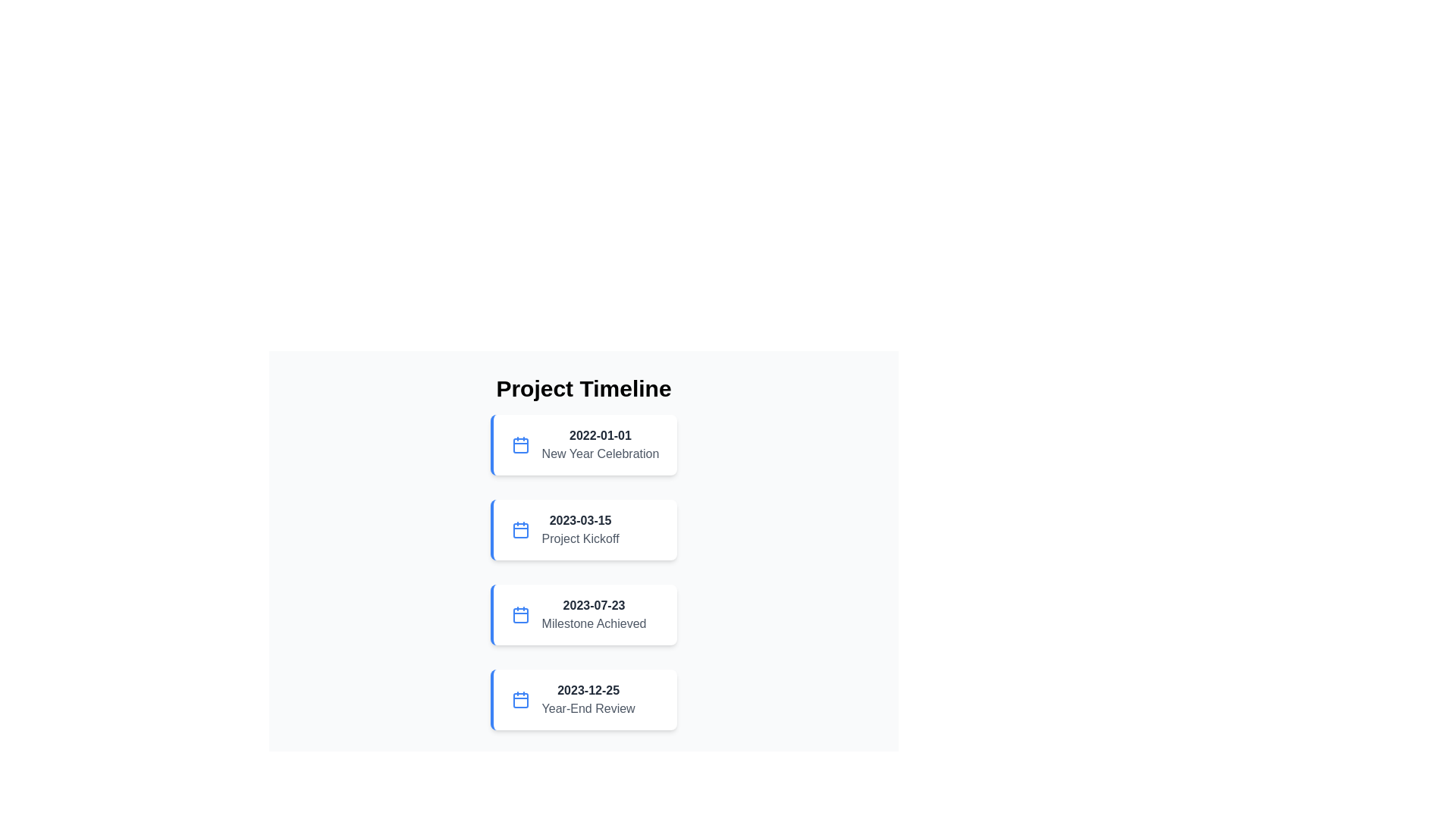  I want to click on the first Event Card in the vertical timeline that has a white background, a blue left border, and displays '2022-01-01' and 'New Year Celebration' text, so click(582, 444).